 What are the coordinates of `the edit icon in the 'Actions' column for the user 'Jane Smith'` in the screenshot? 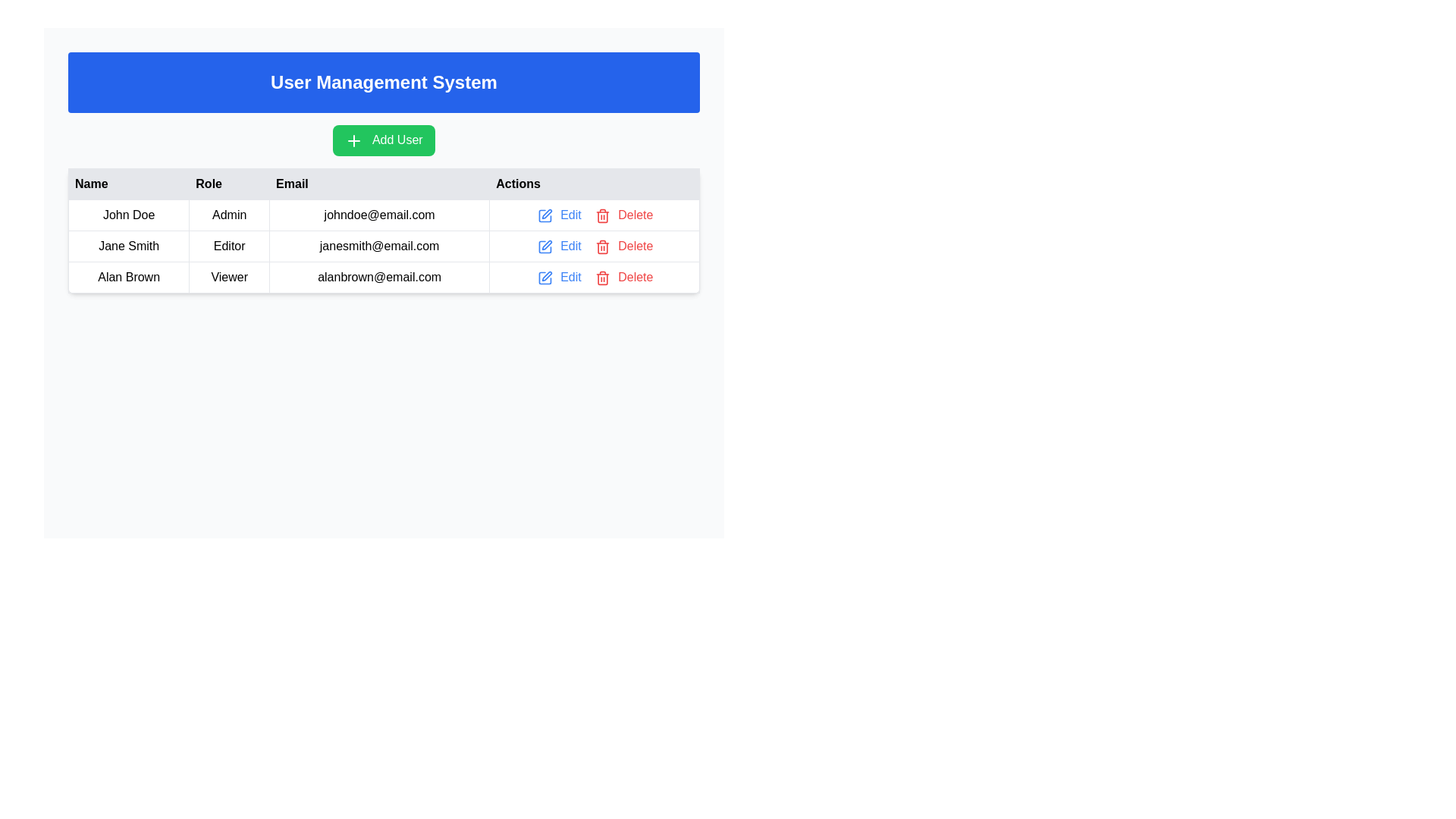 It's located at (544, 246).